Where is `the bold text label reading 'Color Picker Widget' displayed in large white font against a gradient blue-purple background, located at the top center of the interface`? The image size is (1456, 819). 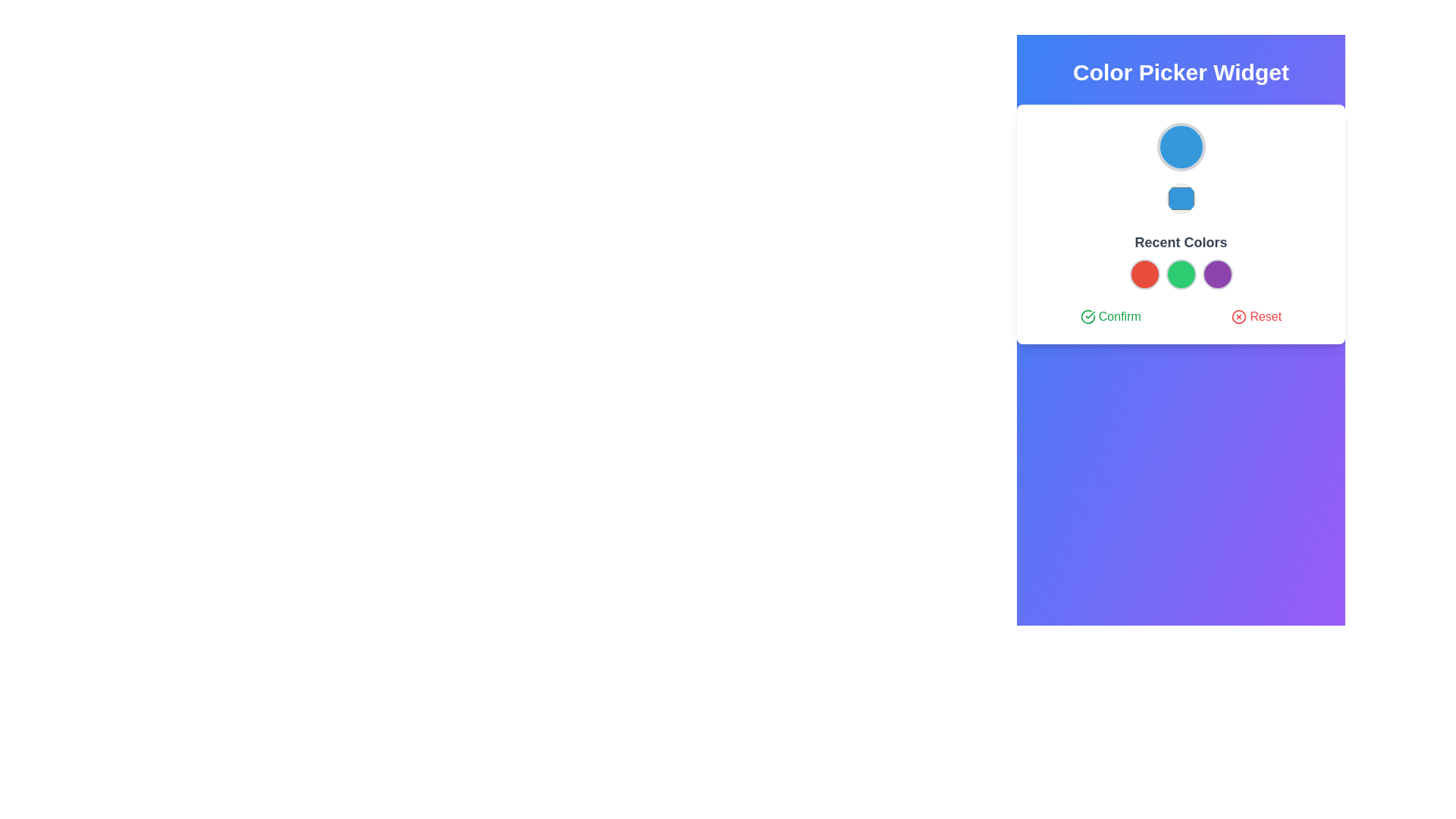 the bold text label reading 'Color Picker Widget' displayed in large white font against a gradient blue-purple background, located at the top center of the interface is located at coordinates (1180, 73).